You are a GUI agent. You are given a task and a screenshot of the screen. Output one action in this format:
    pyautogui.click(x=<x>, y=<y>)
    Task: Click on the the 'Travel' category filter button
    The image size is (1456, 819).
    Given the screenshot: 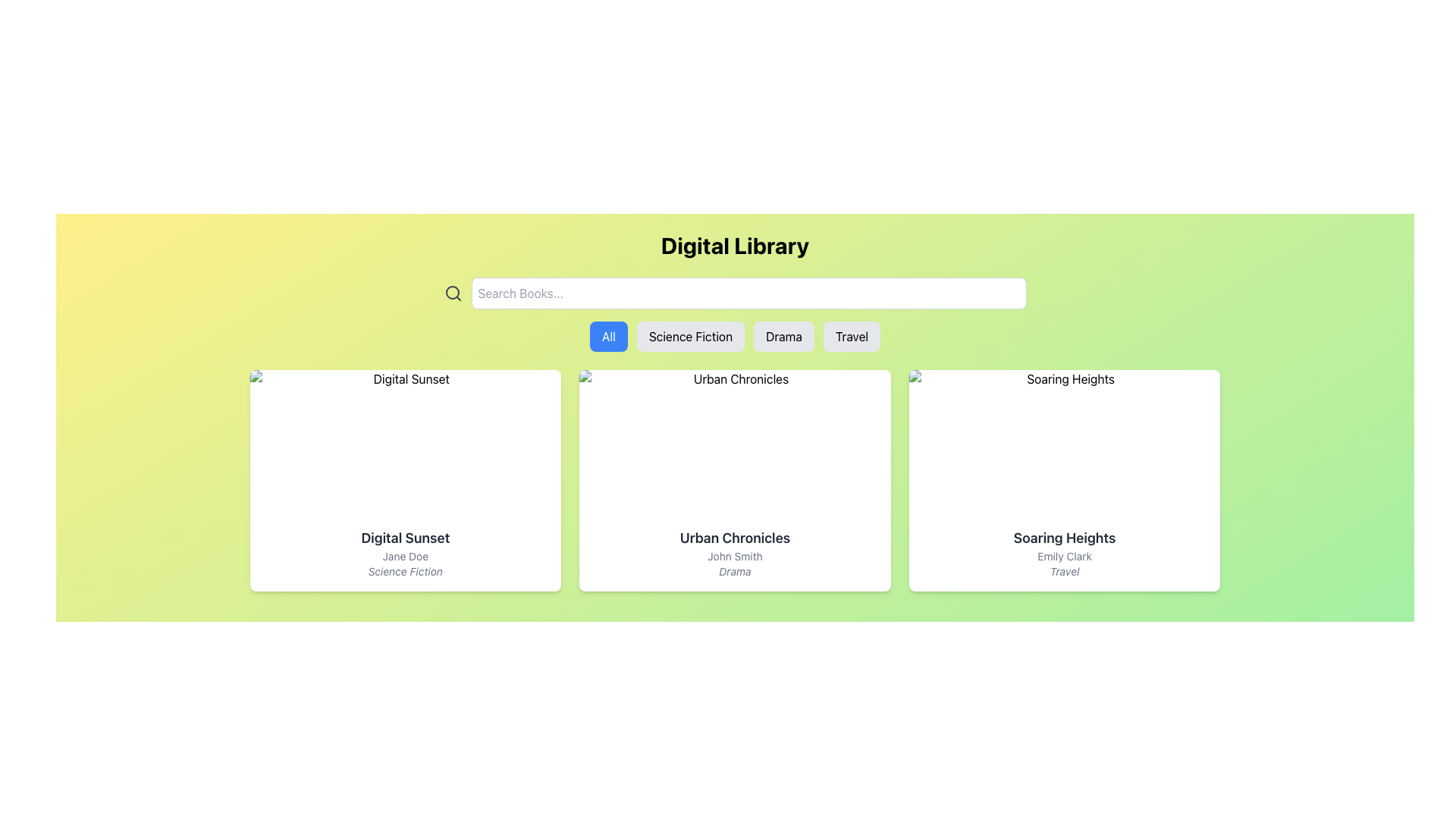 What is the action you would take?
    pyautogui.click(x=852, y=335)
    